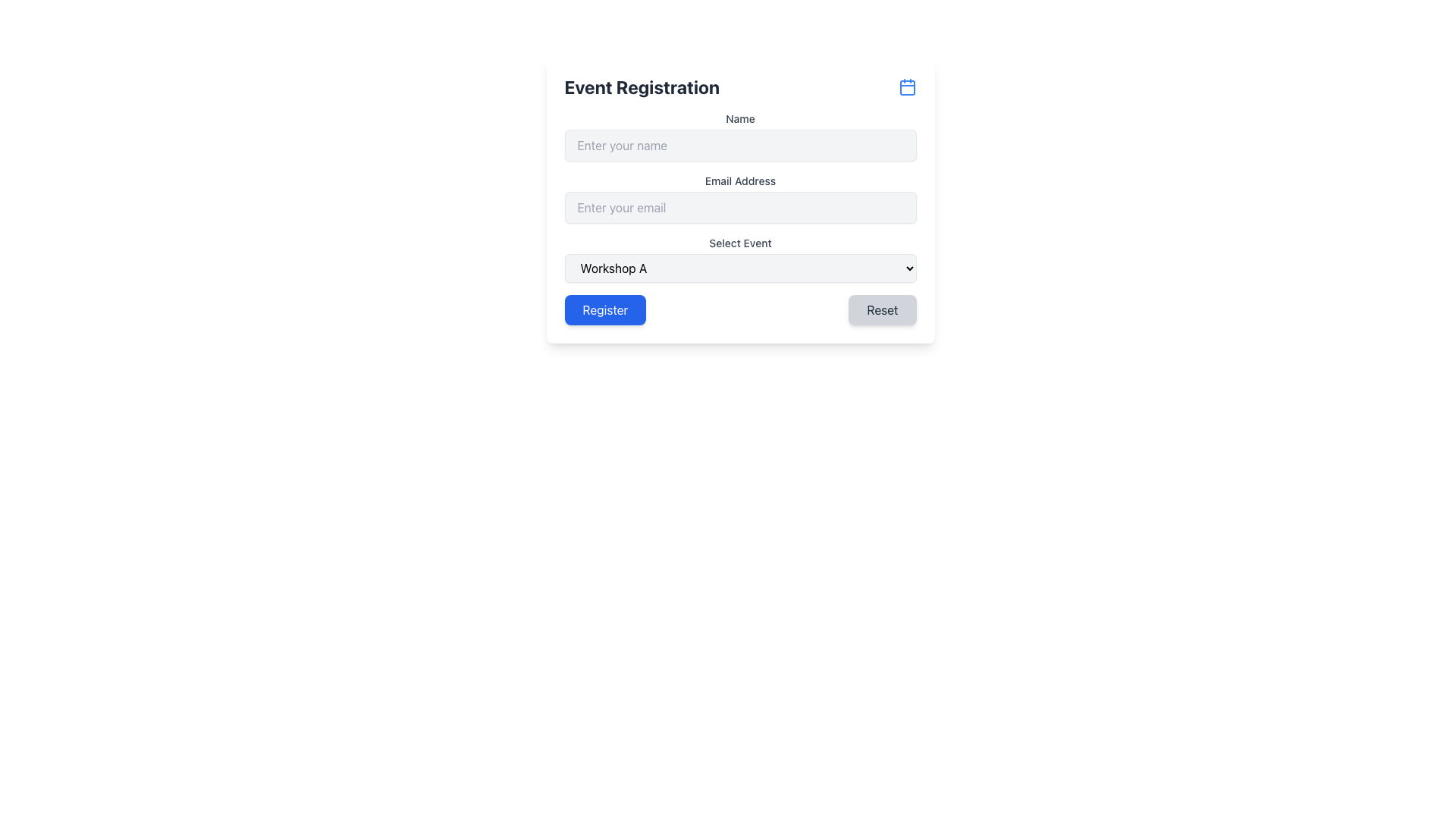 The height and width of the screenshot is (819, 1456). I want to click on the label indicating 'name' which is positioned above the input field labeled 'Enter your name', so click(740, 118).